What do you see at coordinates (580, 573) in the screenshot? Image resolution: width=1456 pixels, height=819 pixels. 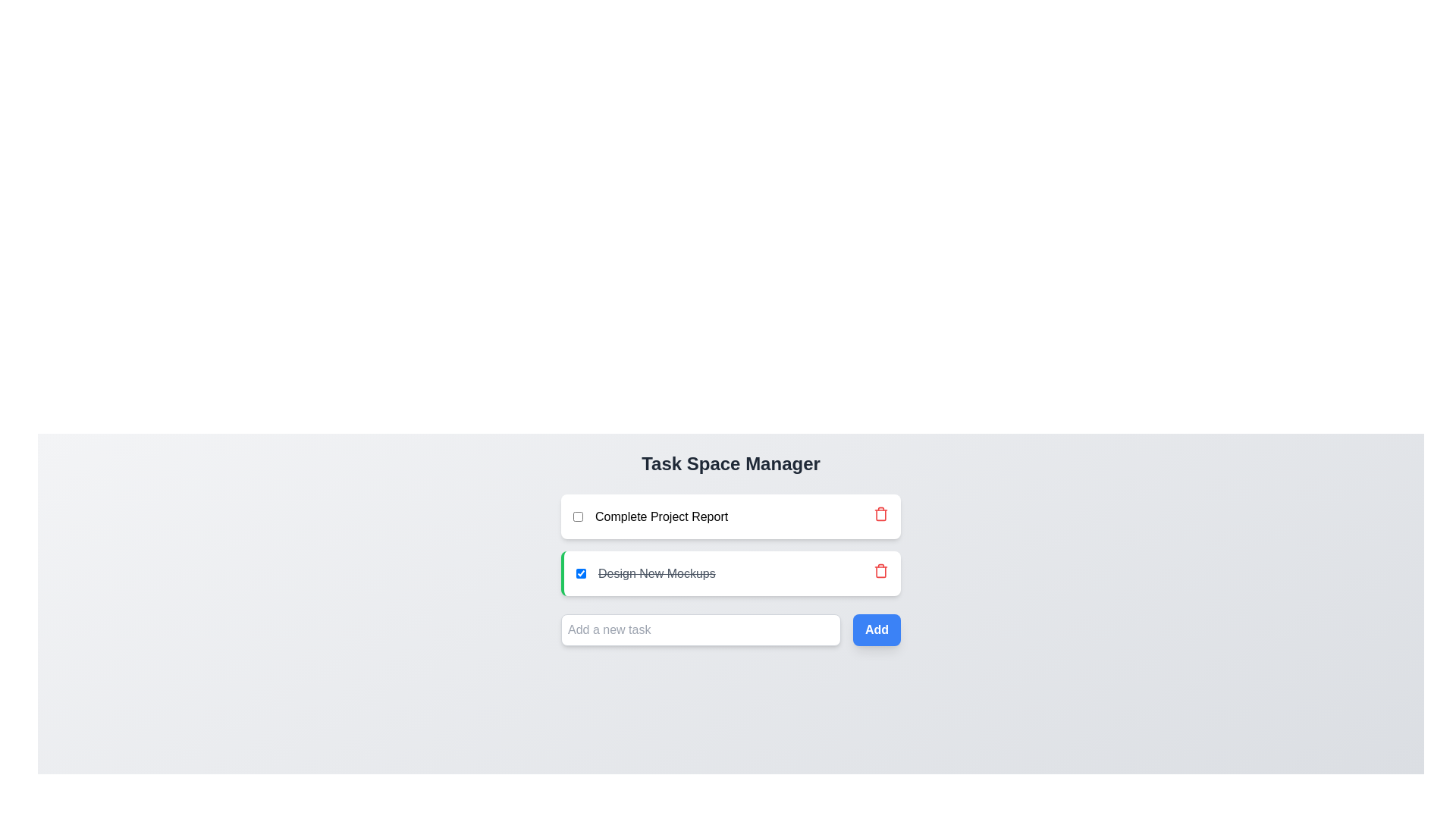 I see `the checkbox to check or uncheck the task 'Design New Mockups' located to the left of the corresponding text` at bounding box center [580, 573].